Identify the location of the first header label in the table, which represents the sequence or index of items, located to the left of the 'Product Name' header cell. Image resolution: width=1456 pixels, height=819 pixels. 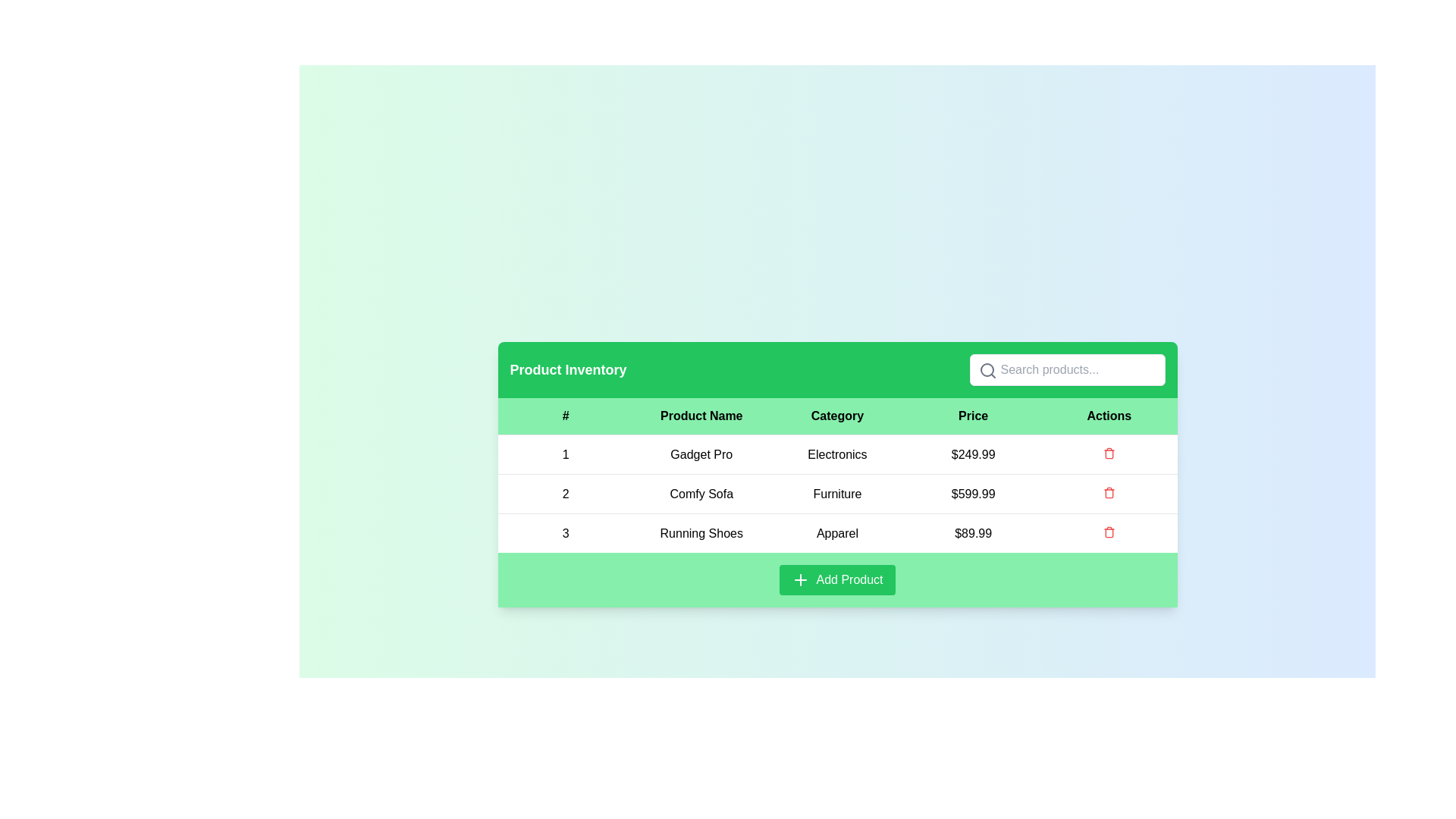
(565, 416).